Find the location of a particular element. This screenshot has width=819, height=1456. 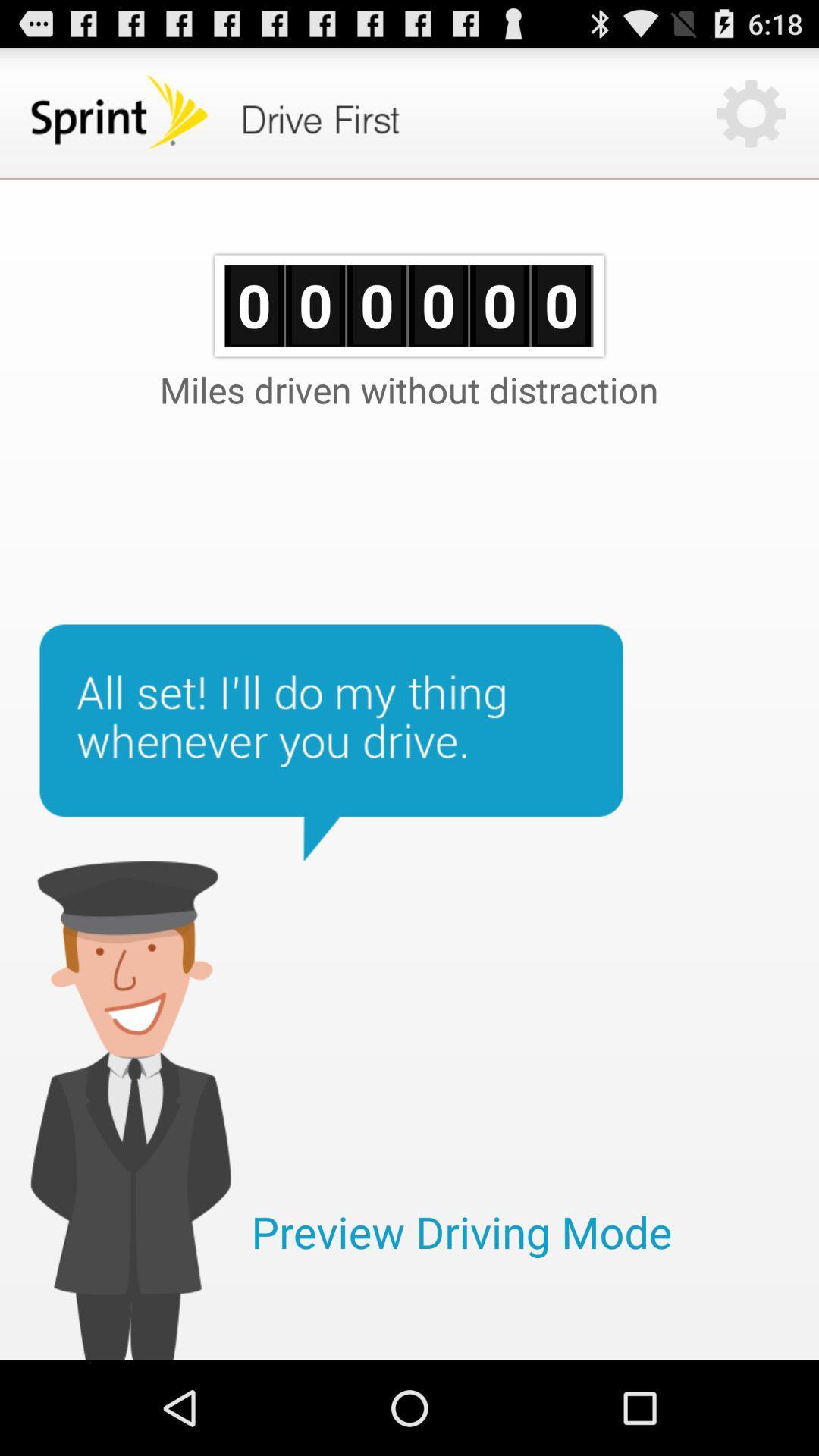

the blue color text at bottom of the page is located at coordinates (461, 1232).